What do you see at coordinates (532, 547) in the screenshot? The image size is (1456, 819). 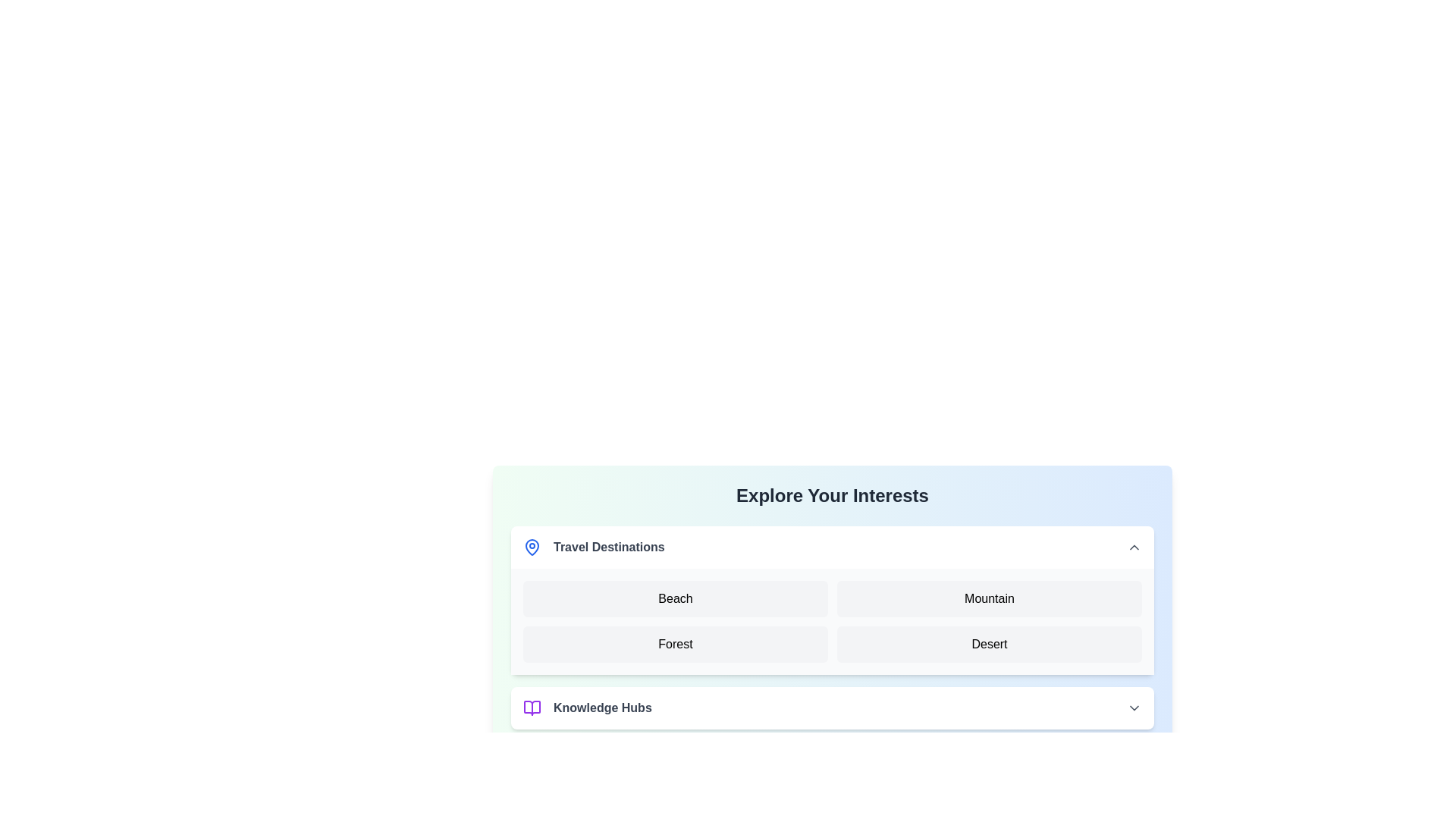 I see `the blue map pin icon located next to the text 'Travel Destinations'` at bounding box center [532, 547].